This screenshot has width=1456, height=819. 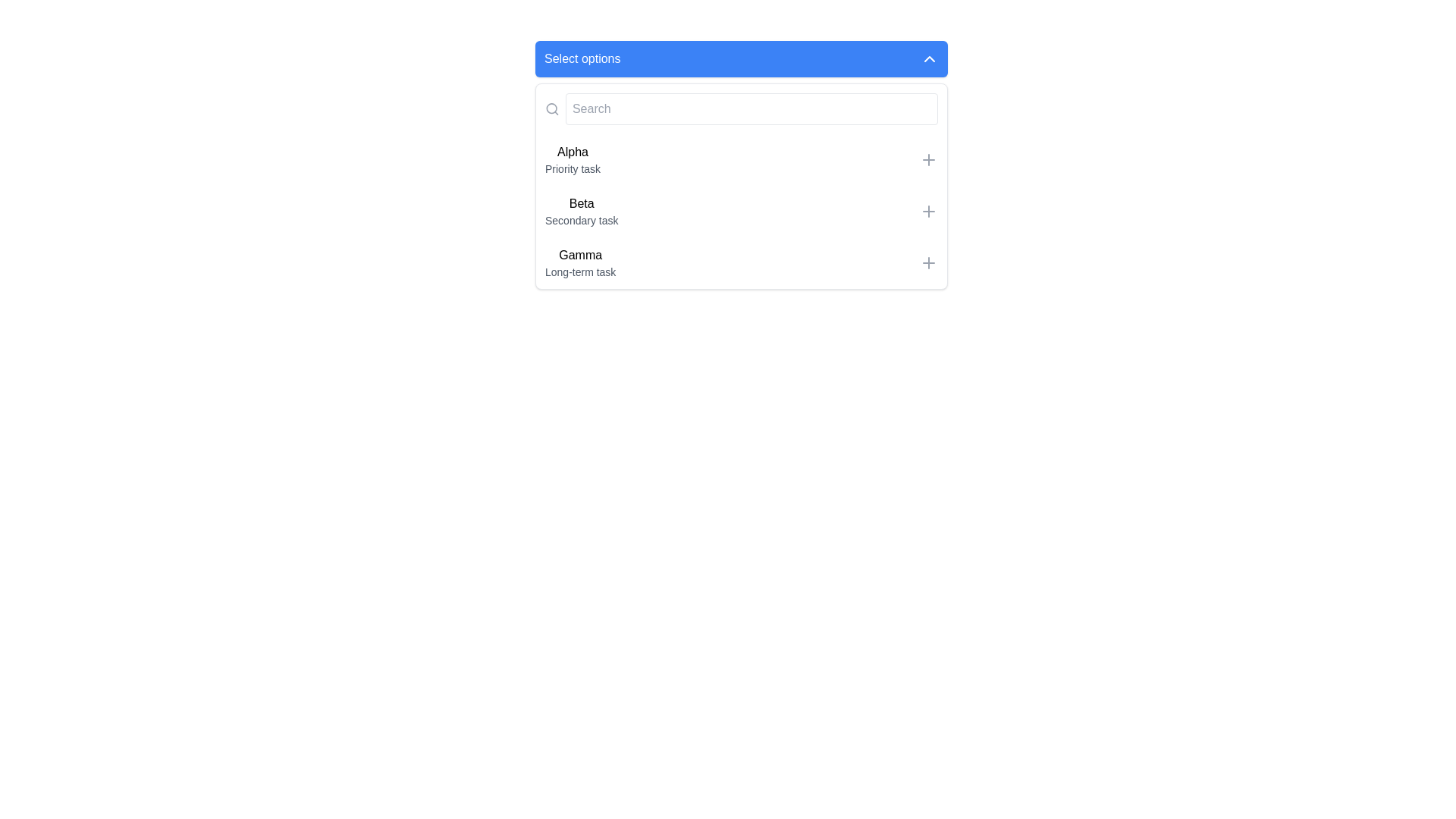 I want to click on the text label providing context about the 'Alpha' label, which is located in the dropdown menu section, positioned at the top of the list, so click(x=572, y=169).